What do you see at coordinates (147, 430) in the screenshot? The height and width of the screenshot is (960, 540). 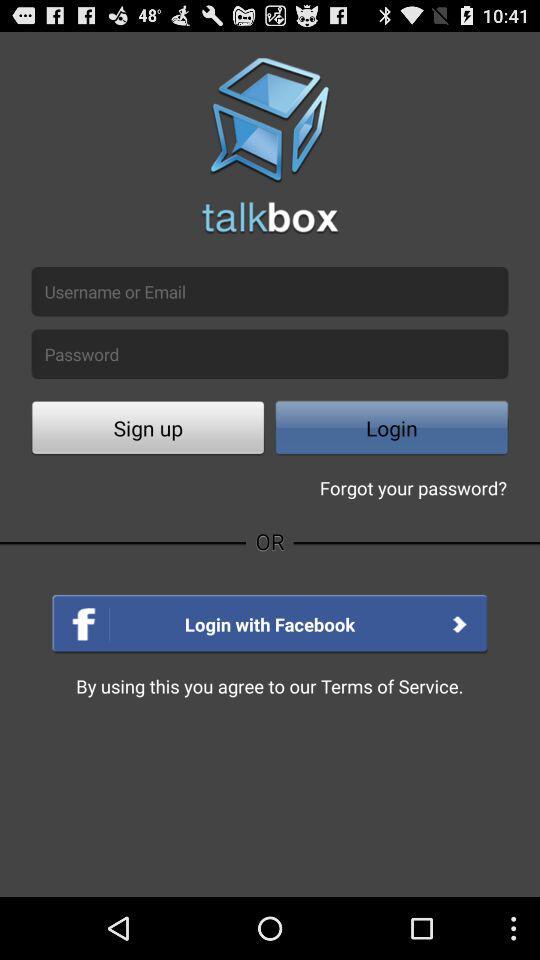 I see `the item above or item` at bounding box center [147, 430].